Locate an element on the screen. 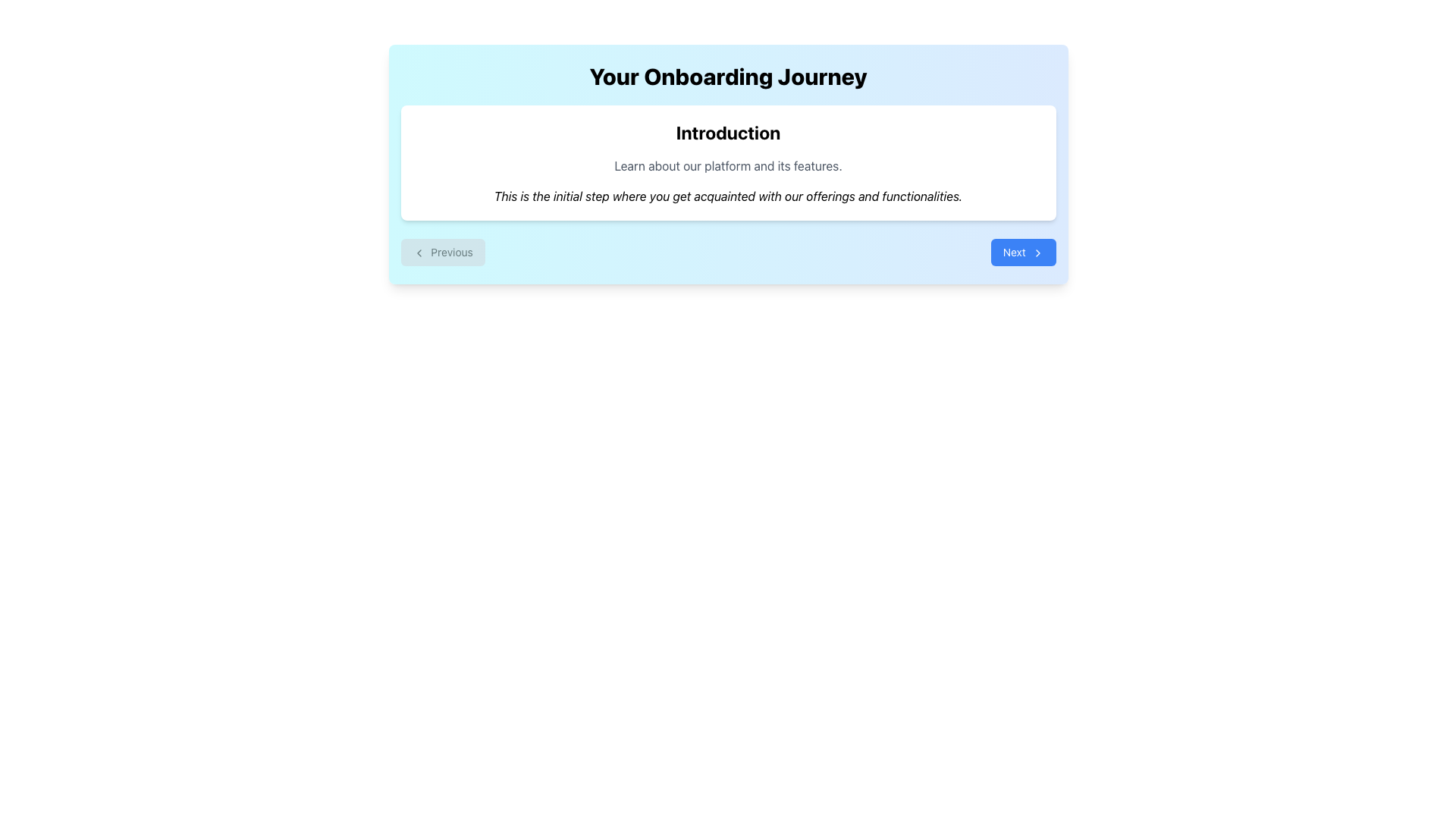 The width and height of the screenshot is (1456, 819). the Informational card titled 'Introduction' which contains a subtitle and an italicized text, located in the center of the gradient background is located at coordinates (728, 163).